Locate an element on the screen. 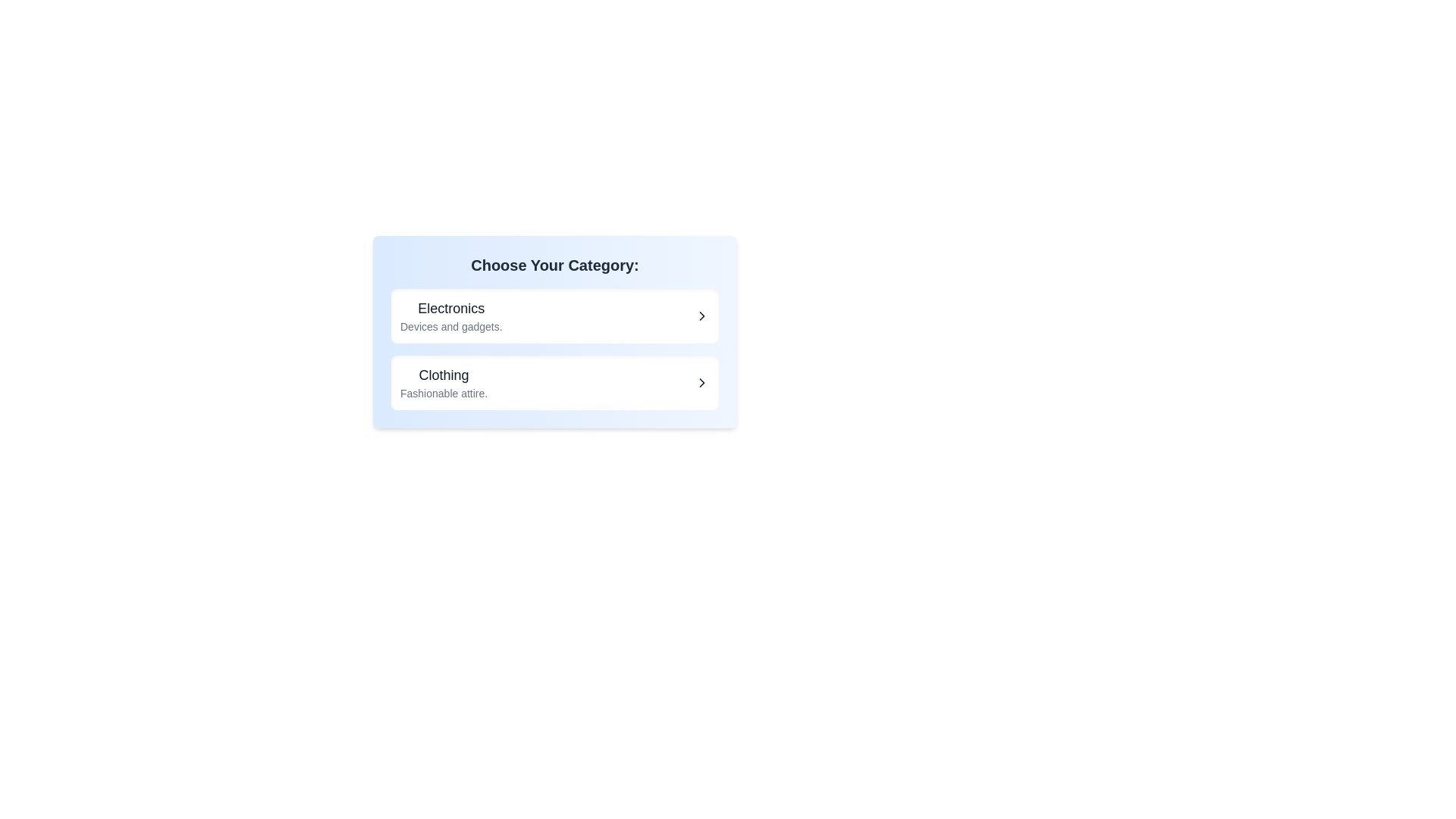 The height and width of the screenshot is (819, 1456). the List item displaying 'Clothing' with the description 'Fashionable attire.' located under the 'Choose Your Category' menu is located at coordinates (443, 382).